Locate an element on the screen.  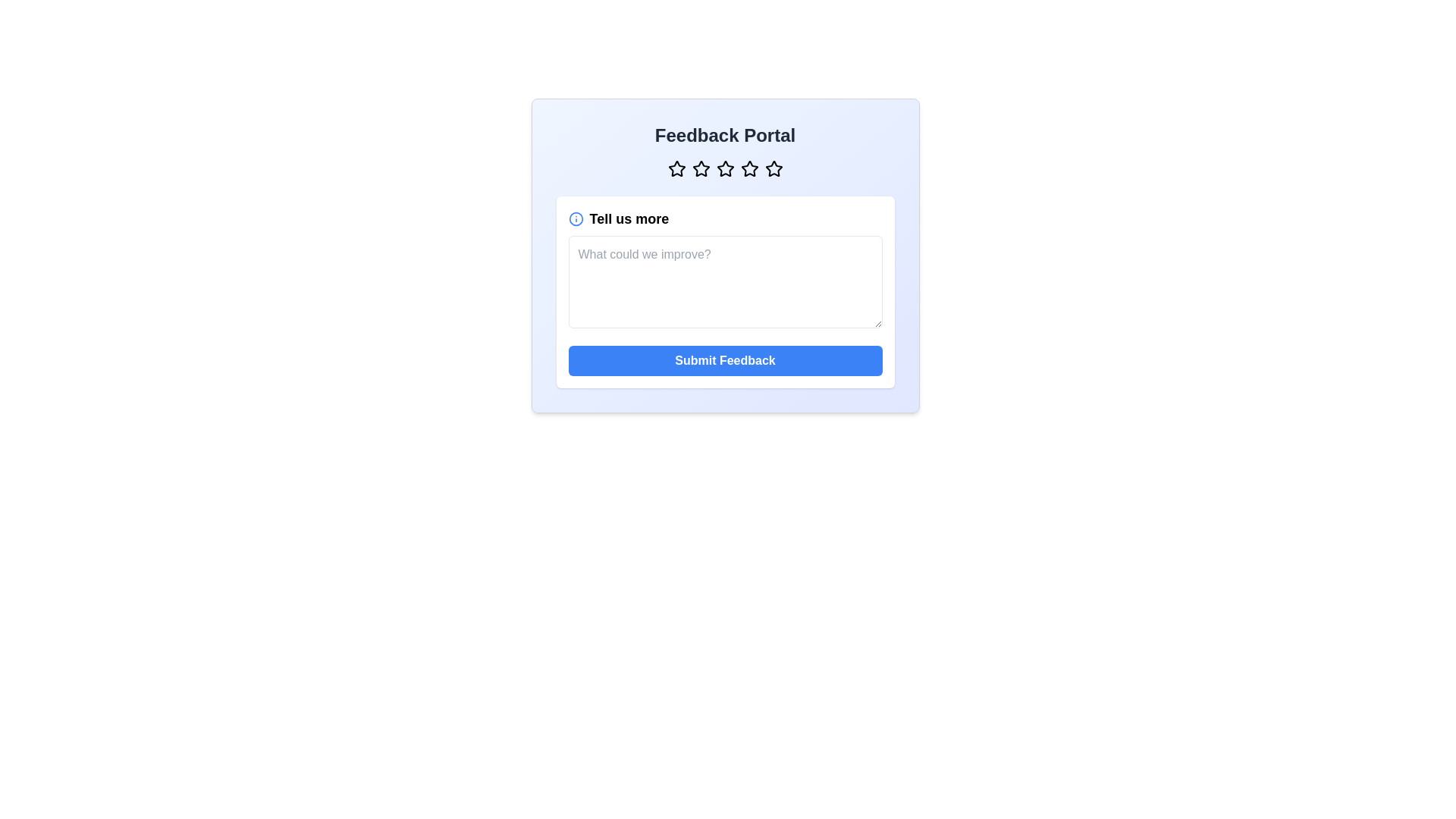
the first clickable rating star icon in the Feedback Portal interface is located at coordinates (676, 169).